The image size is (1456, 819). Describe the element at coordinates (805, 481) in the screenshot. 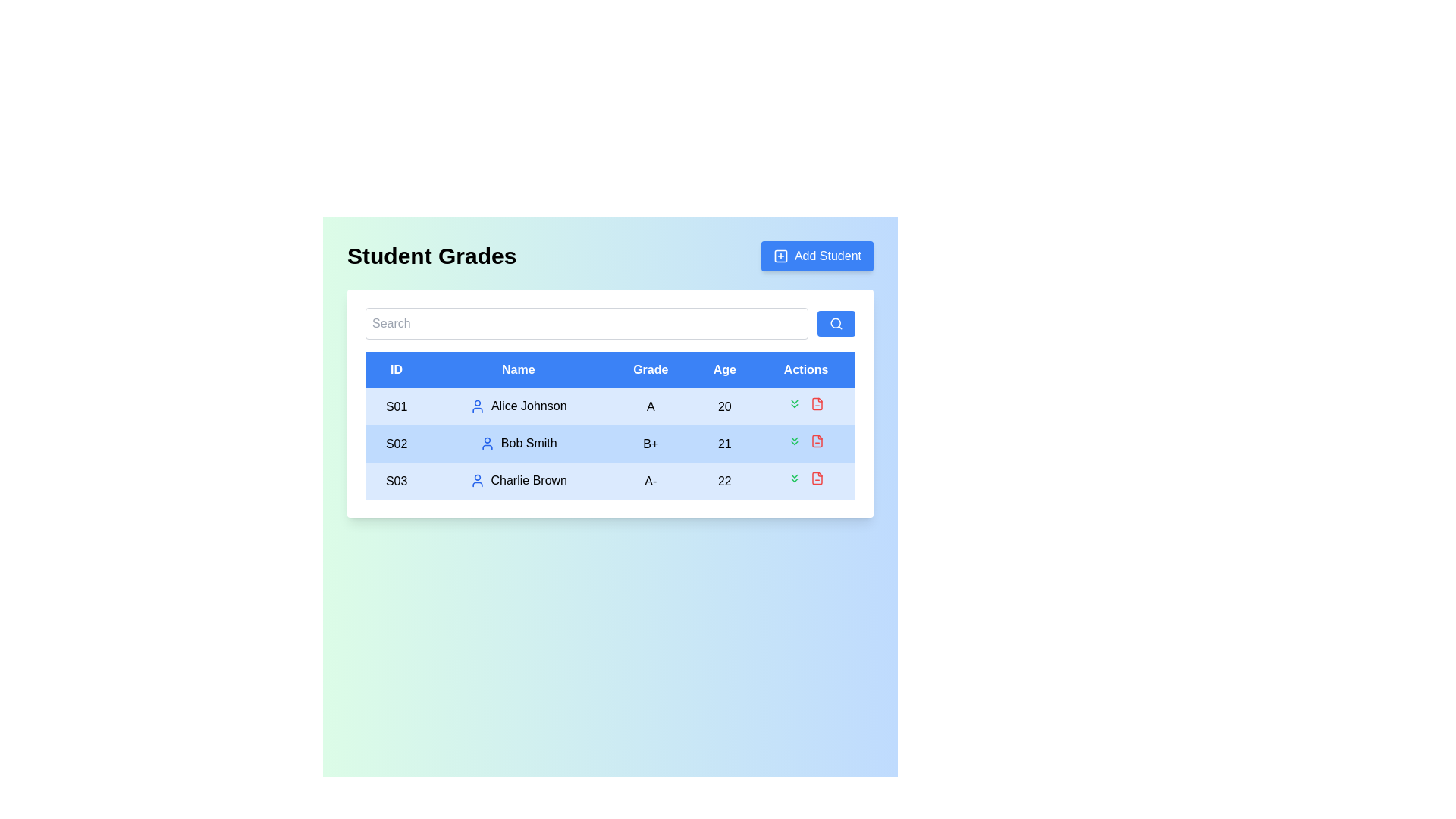

I see `the red document icon in the Actions column of the third row for the entry 'Charlie Brown'` at that location.